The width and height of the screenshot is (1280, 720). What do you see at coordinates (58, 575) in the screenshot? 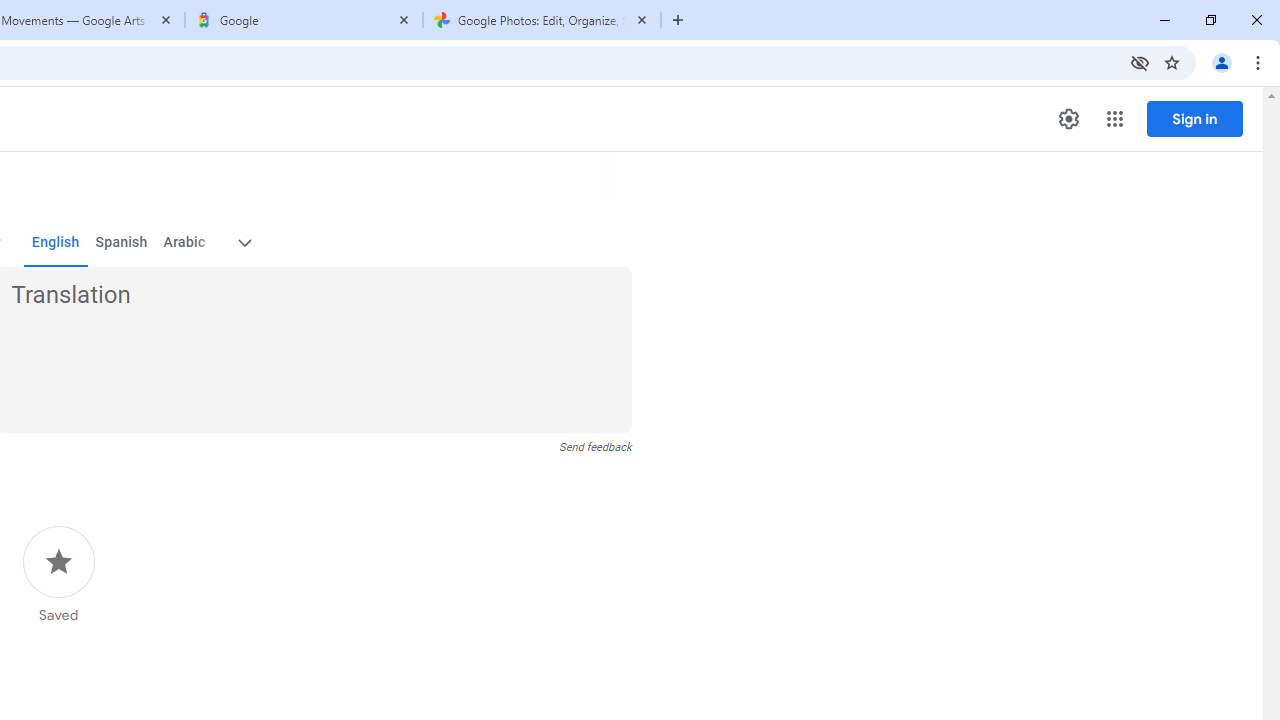
I see `'Saved'` at bounding box center [58, 575].